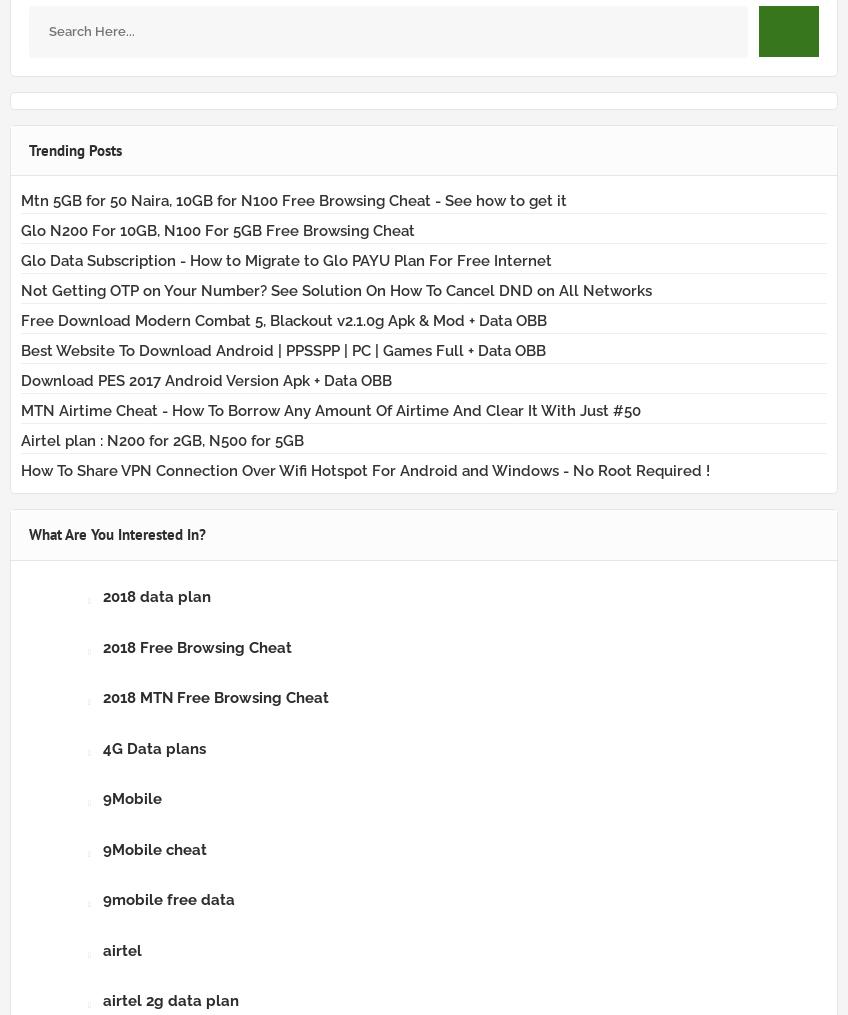  Describe the element at coordinates (20, 349) in the screenshot. I see `'Best Website To Download Android | PPSSPP | PC | Games Full + Data OBB'` at that location.